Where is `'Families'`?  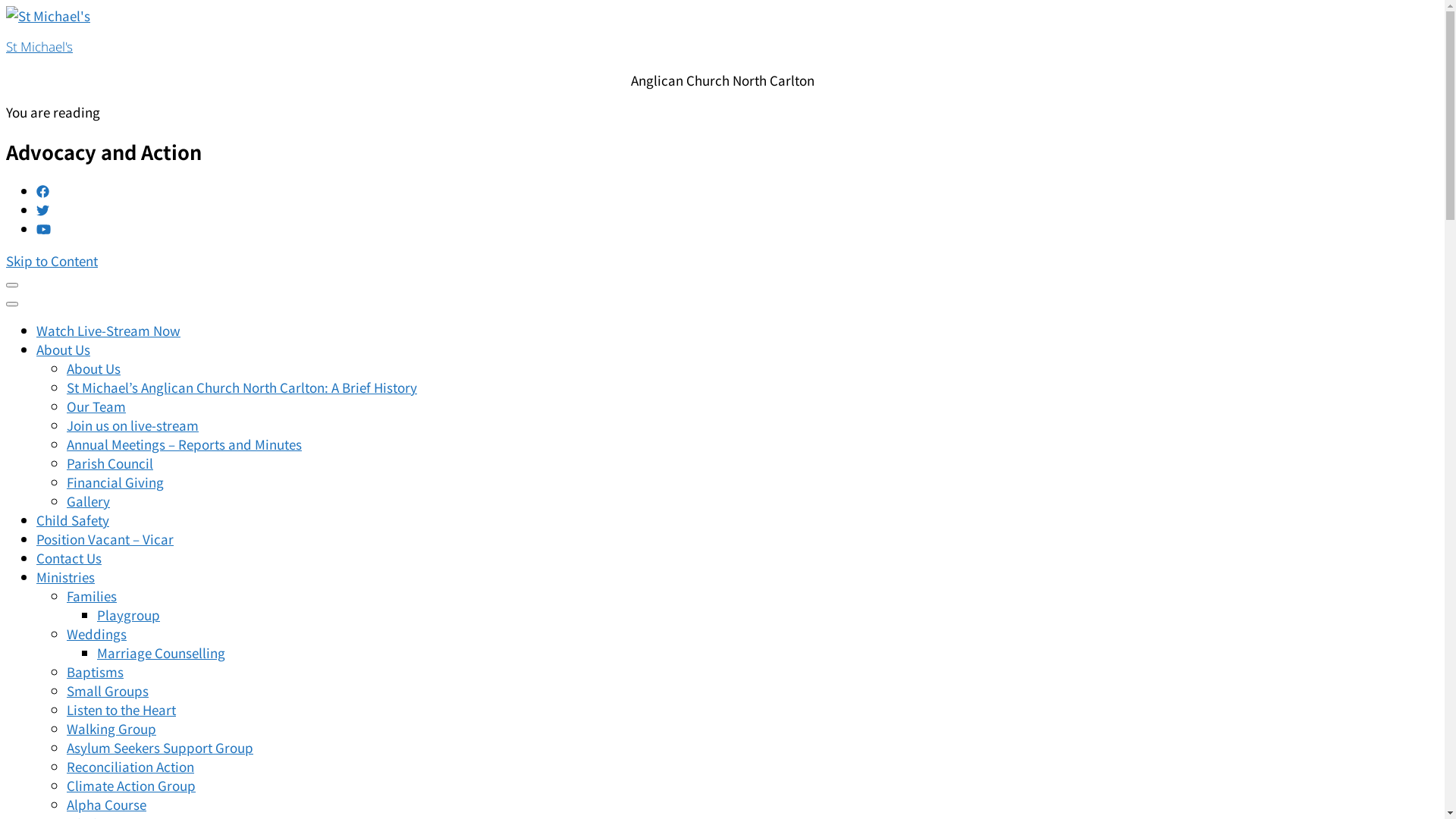
'Families' is located at coordinates (90, 595).